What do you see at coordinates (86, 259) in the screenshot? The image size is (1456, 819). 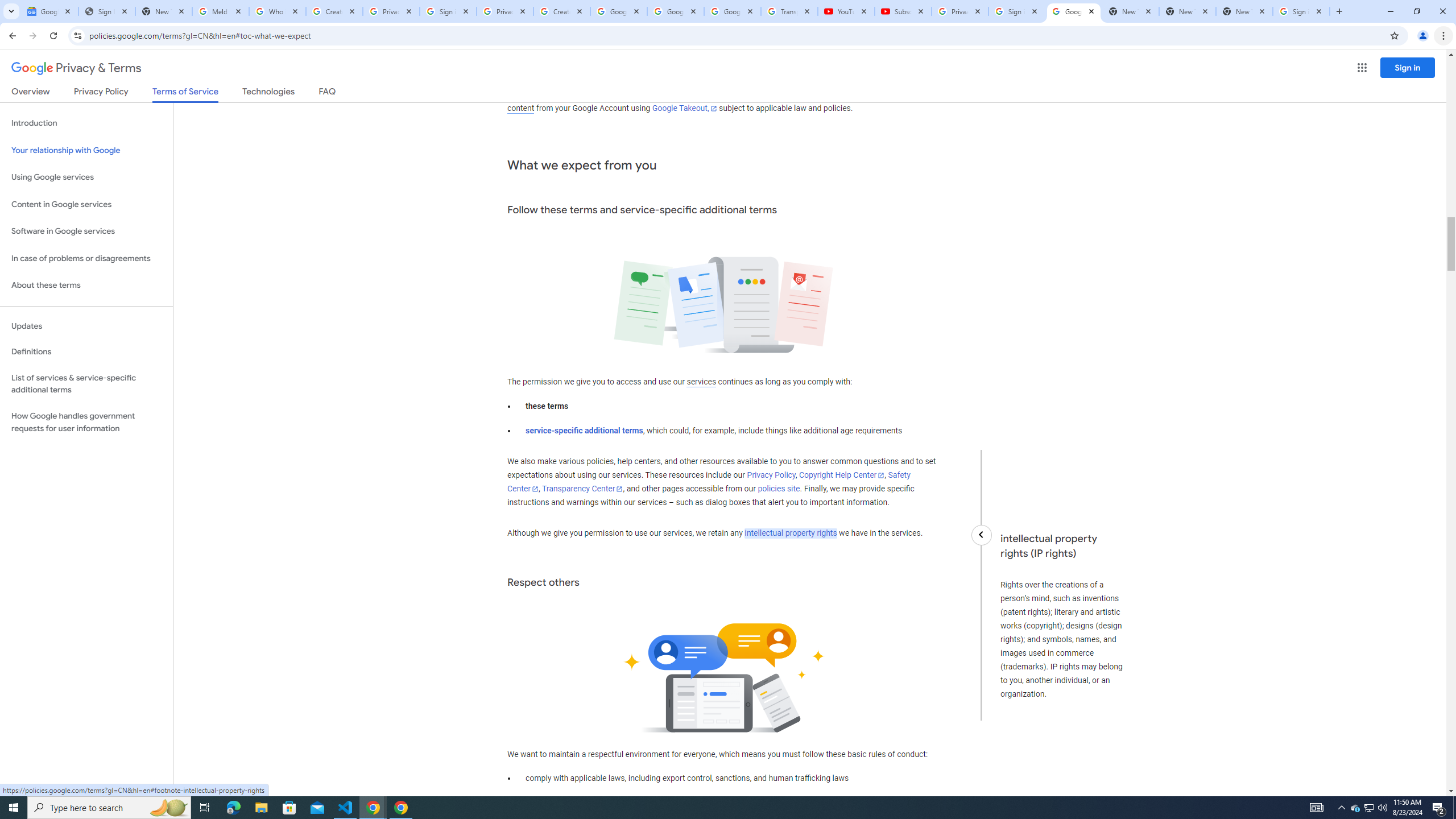 I see `'In case of problems or disagreements'` at bounding box center [86, 259].